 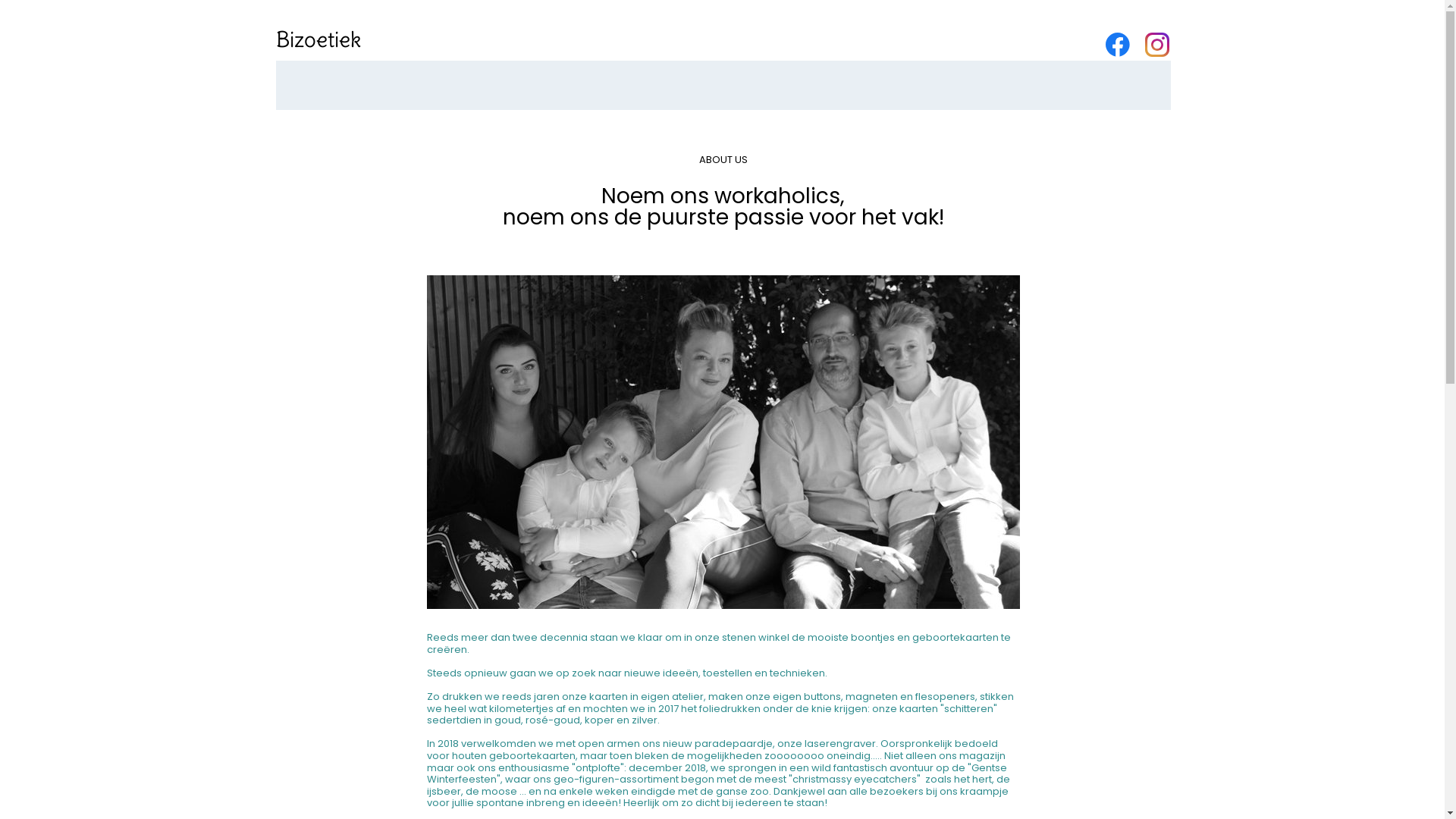 What do you see at coordinates (276, 38) in the screenshot?
I see `'Bizoetiek'` at bounding box center [276, 38].